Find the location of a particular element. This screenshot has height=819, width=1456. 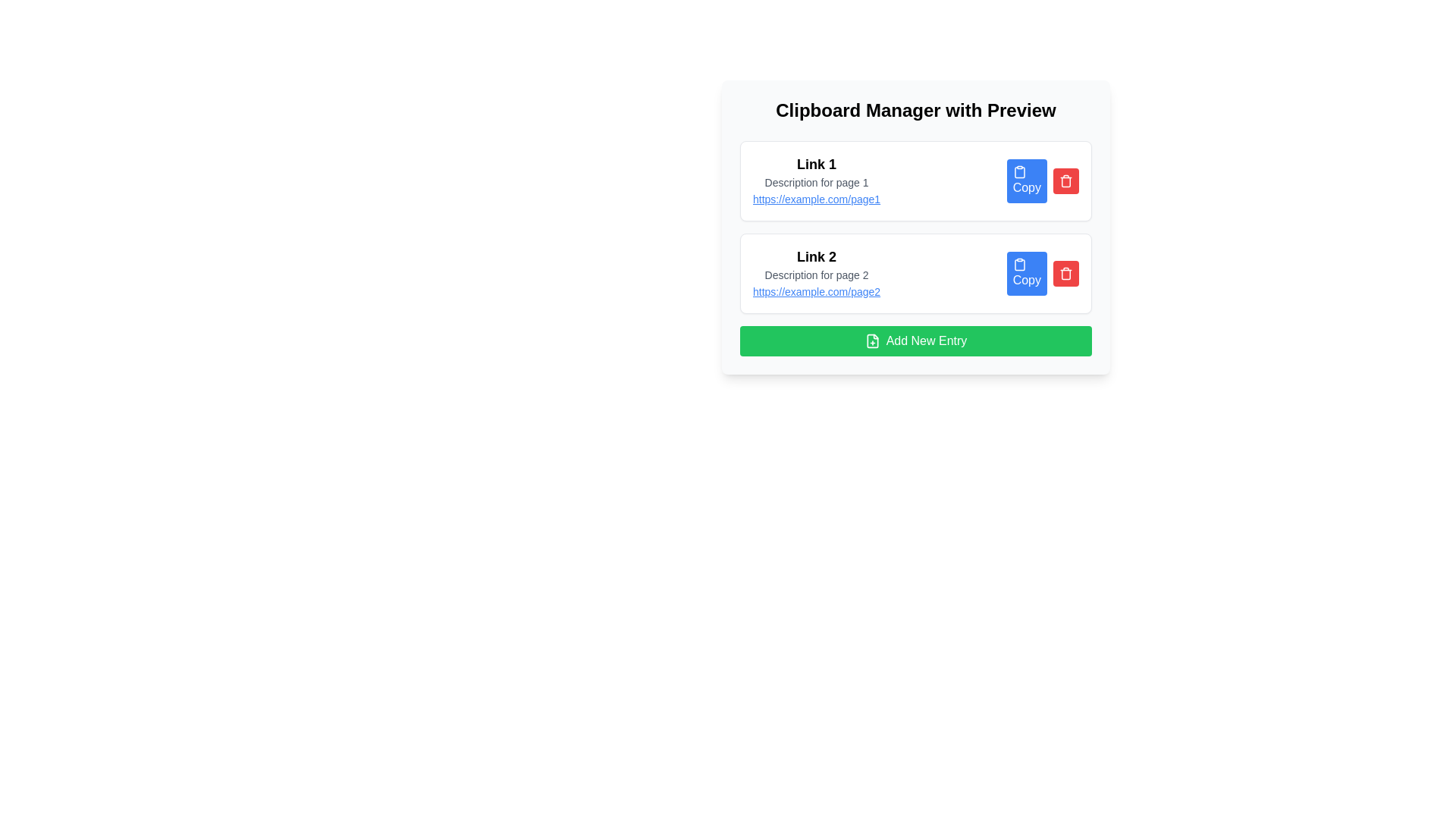

the trash bin icon button with a red background is located at coordinates (1065, 180).